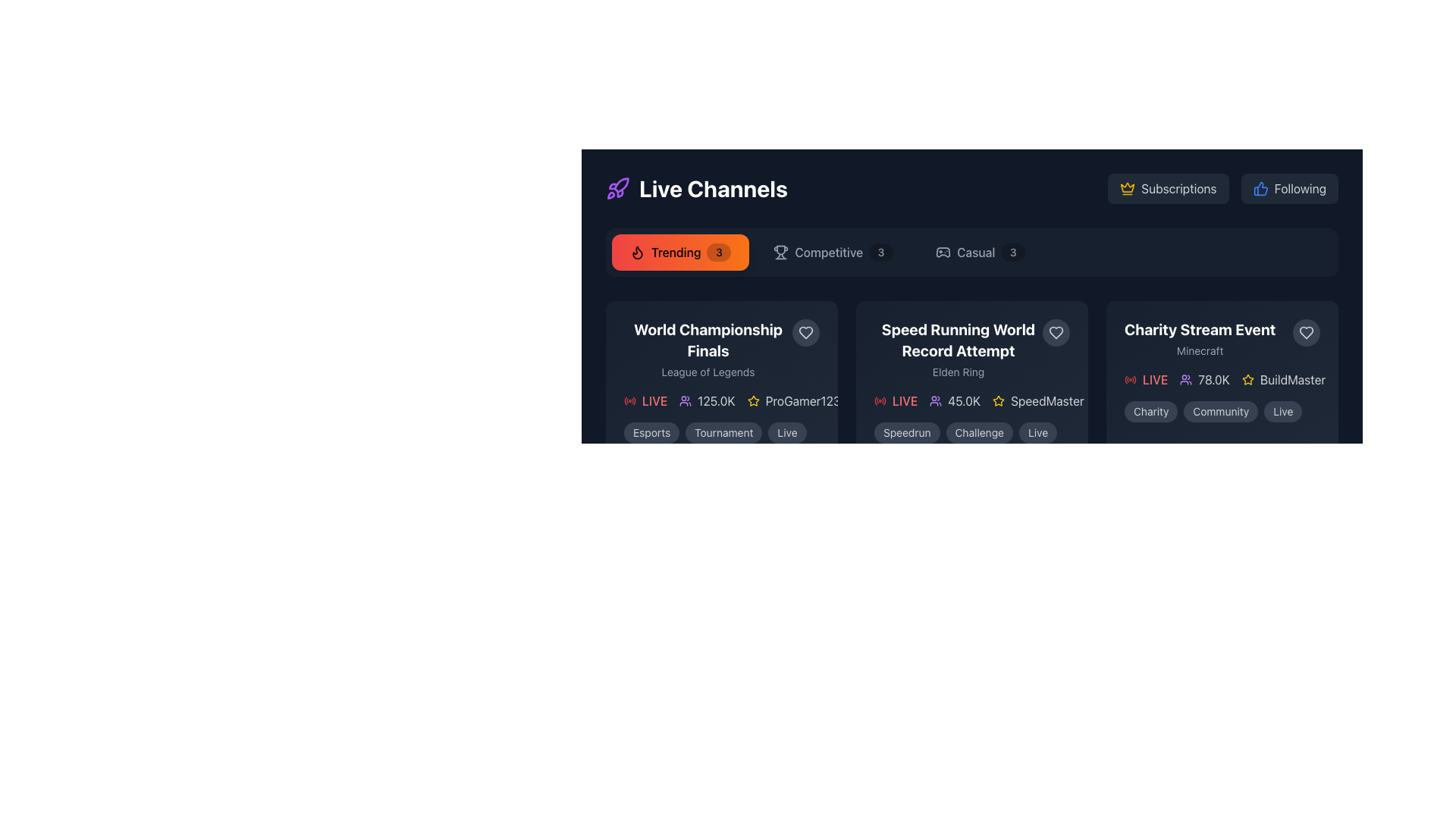 The width and height of the screenshot is (1456, 819). I want to click on the Information row displaying live video details, which includes the text 'LIVE', a purple user icon, '125.0K', a yellow star icon, and 'ProGamer123', so click(720, 400).